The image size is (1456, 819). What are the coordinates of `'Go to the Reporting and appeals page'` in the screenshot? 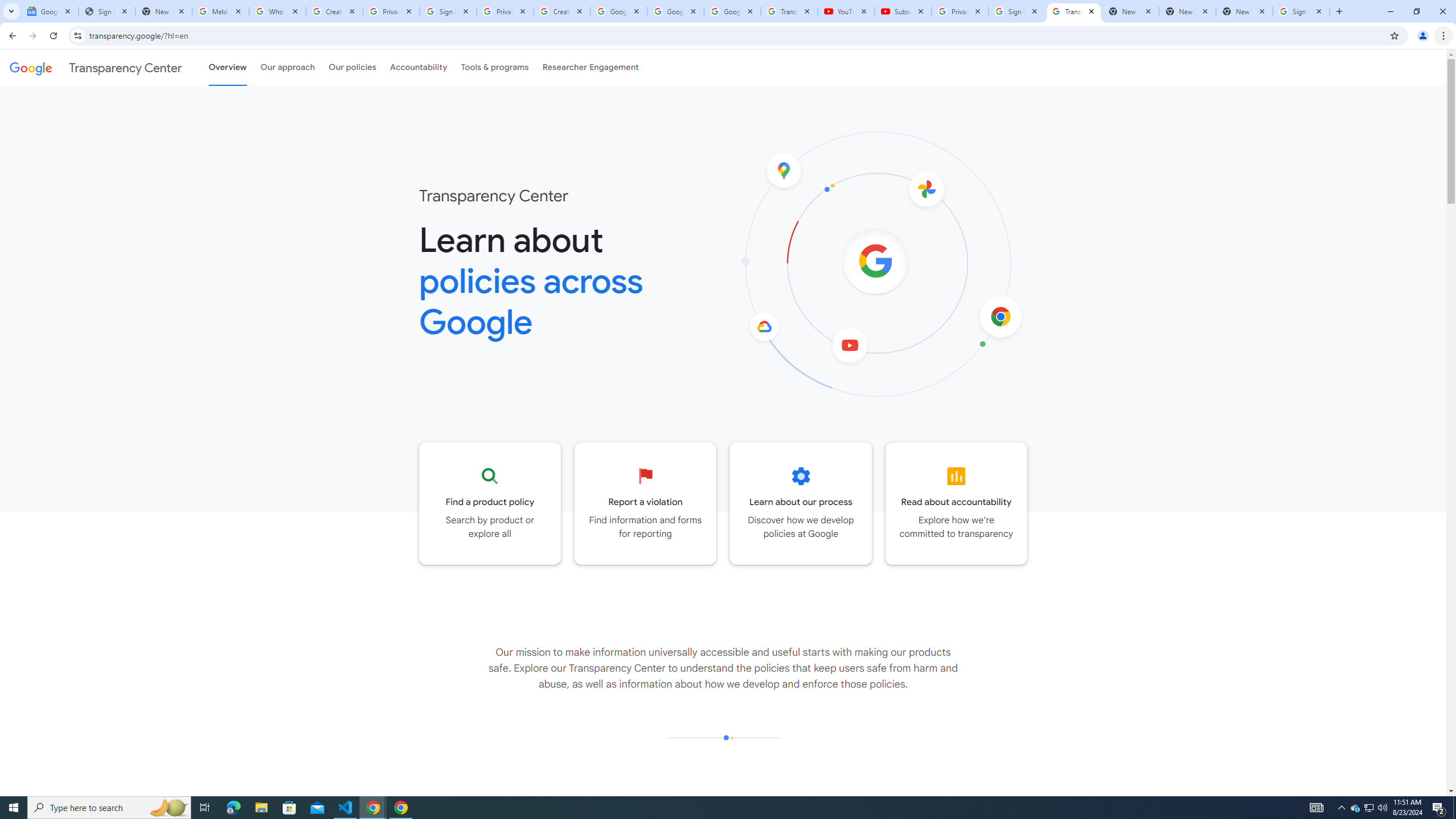 It's located at (645, 503).